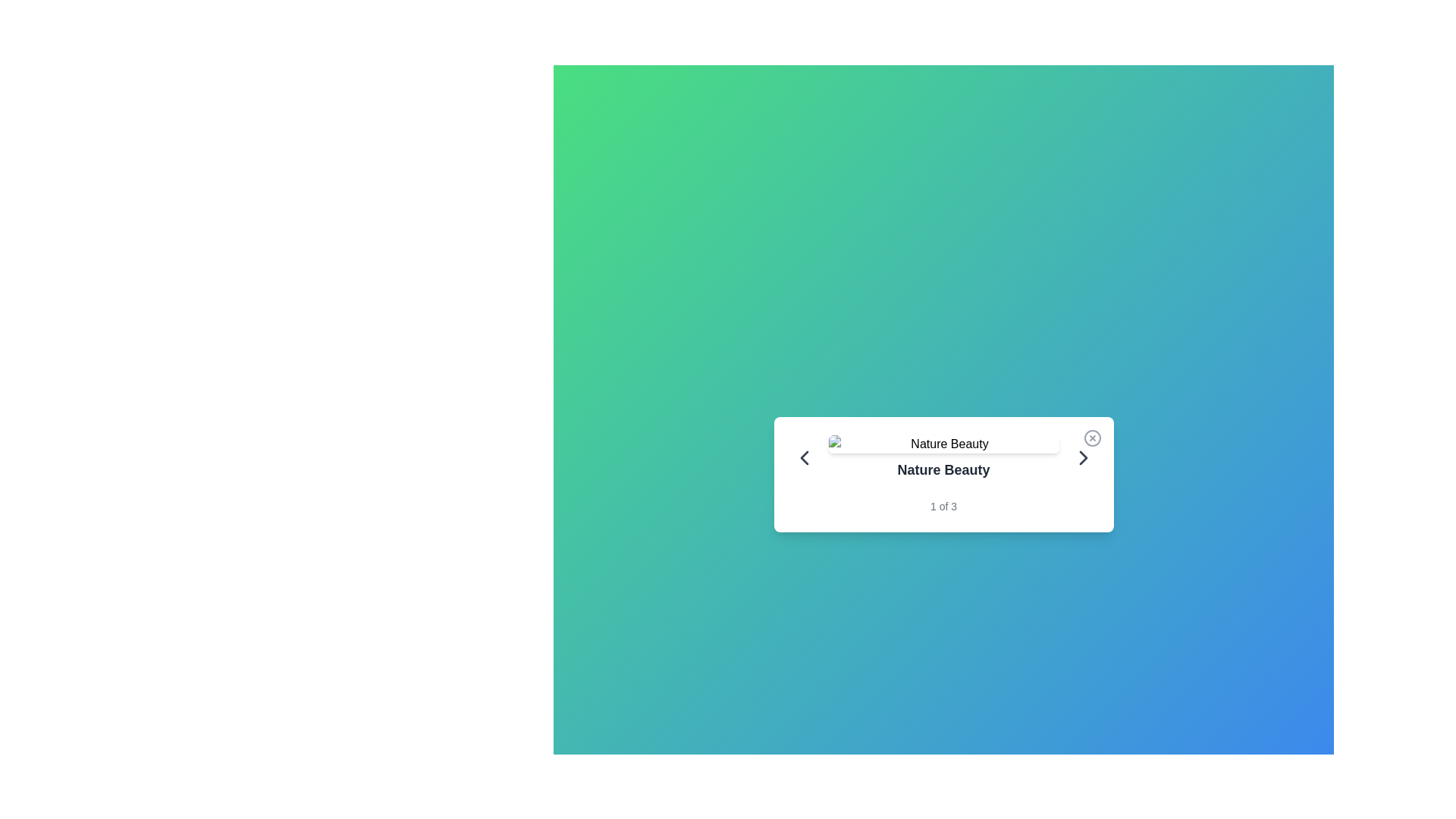 This screenshot has height=819, width=1456. What do you see at coordinates (943, 506) in the screenshot?
I see `text displaying the current index and total count of items at the bottom of the 'Nature Beauty' pop-up card` at bounding box center [943, 506].